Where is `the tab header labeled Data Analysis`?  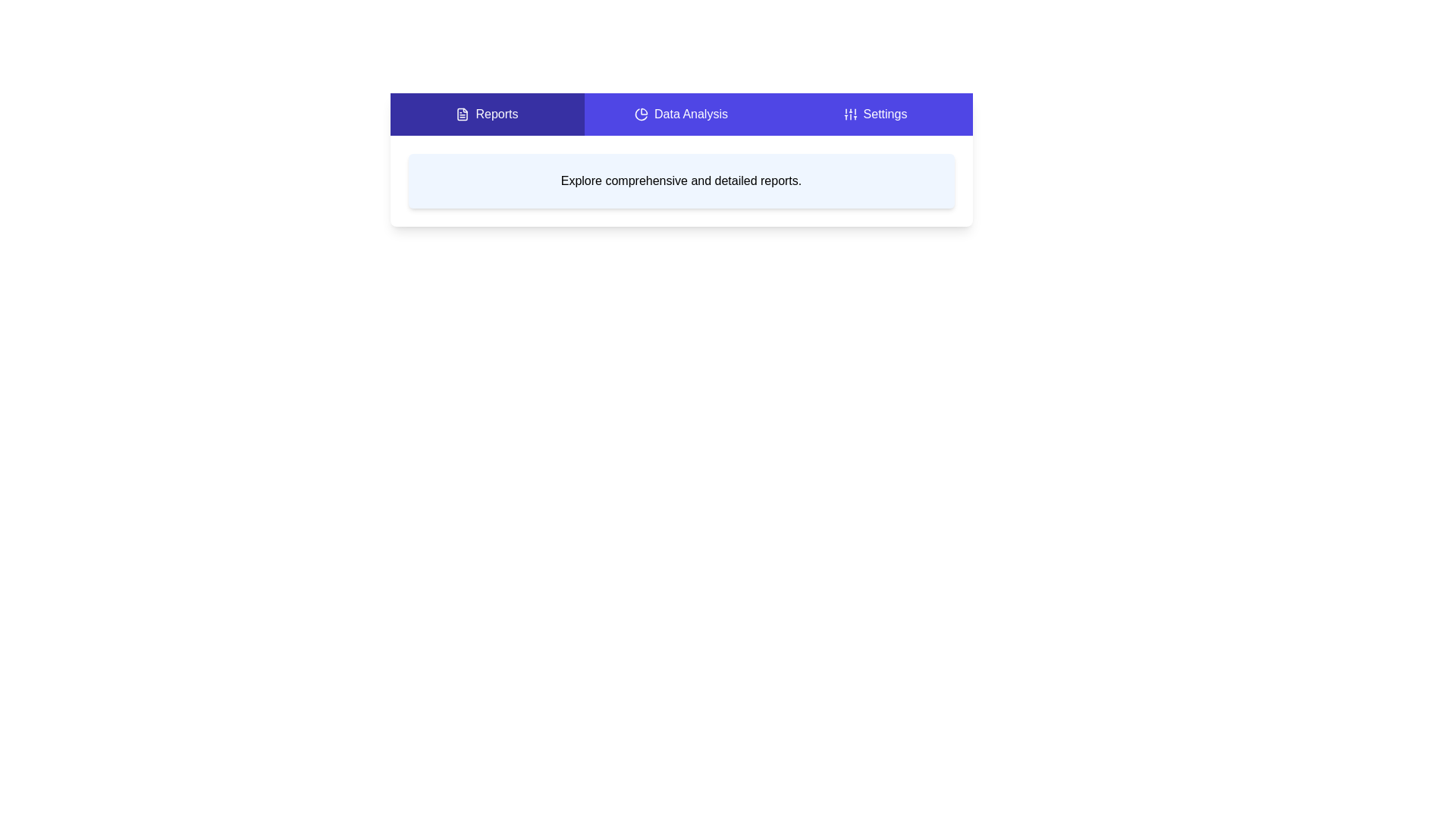 the tab header labeled Data Analysis is located at coordinates (680, 113).